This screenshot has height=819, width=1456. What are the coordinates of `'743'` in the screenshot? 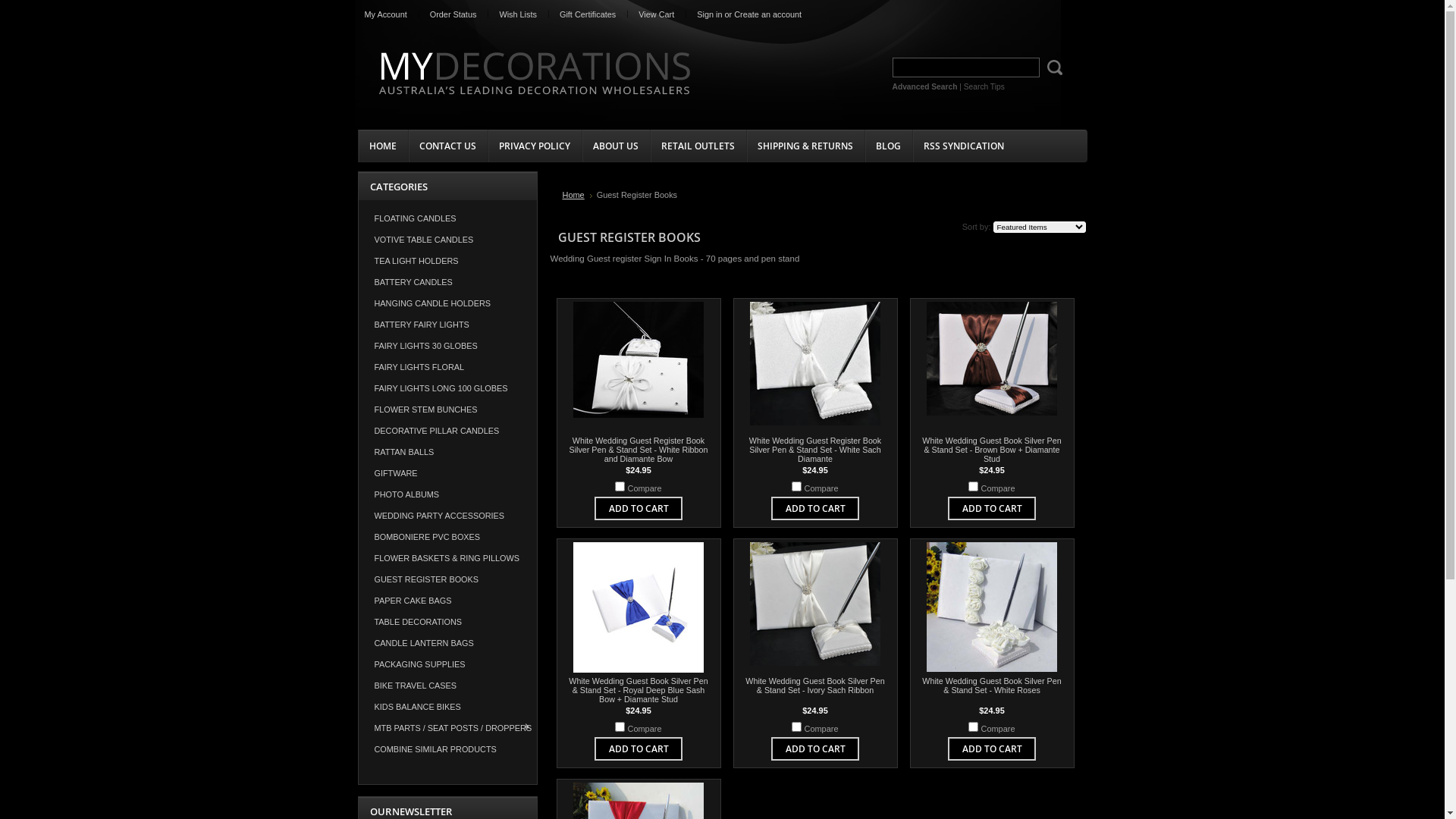 It's located at (620, 726).